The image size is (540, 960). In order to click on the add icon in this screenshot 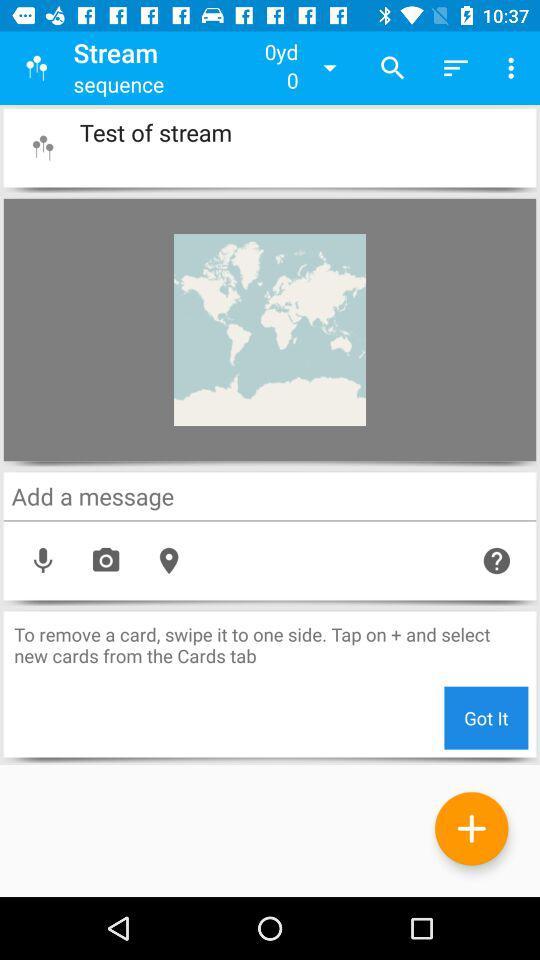, I will do `click(471, 828)`.